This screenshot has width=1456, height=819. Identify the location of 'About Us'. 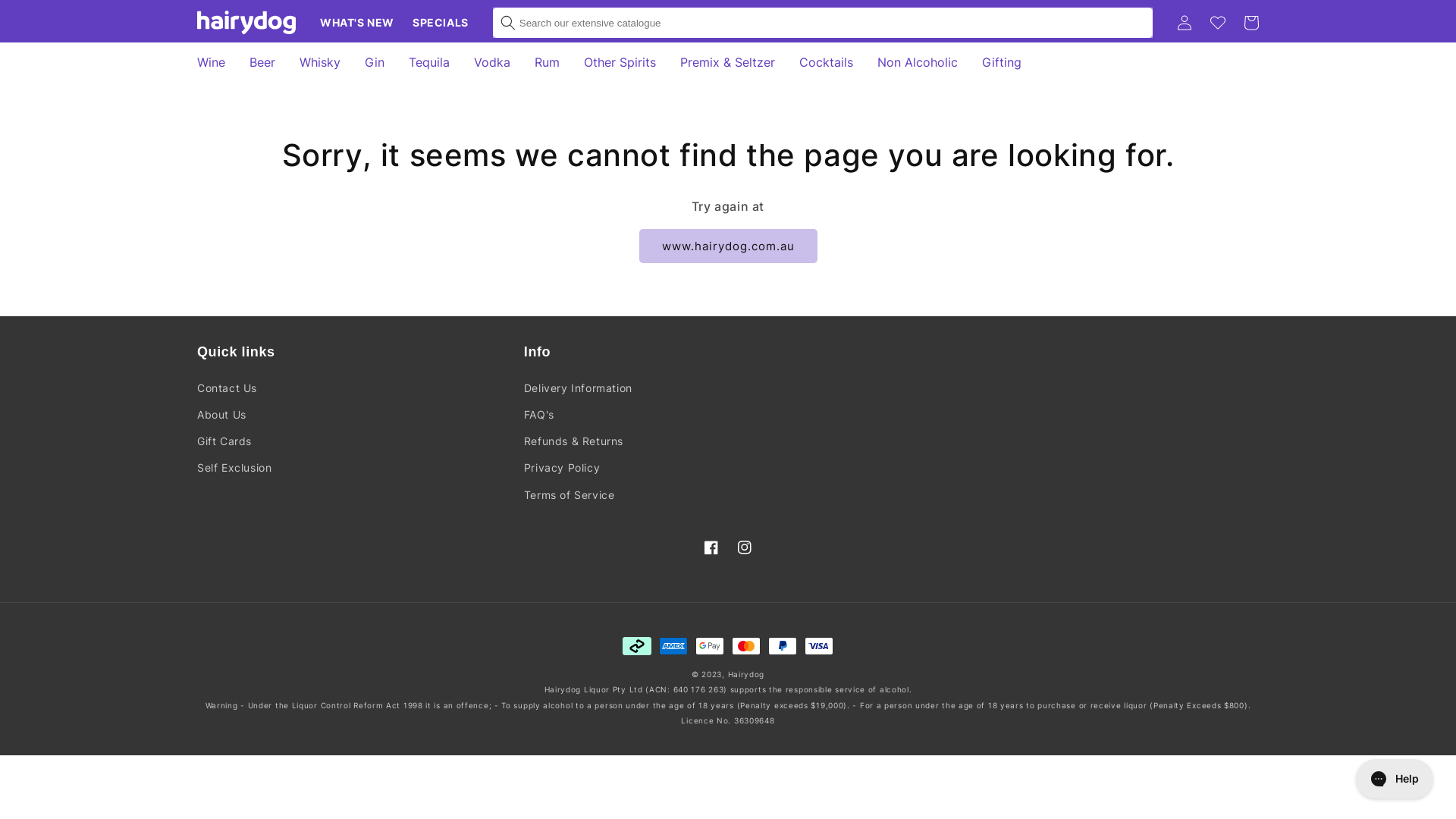
(221, 414).